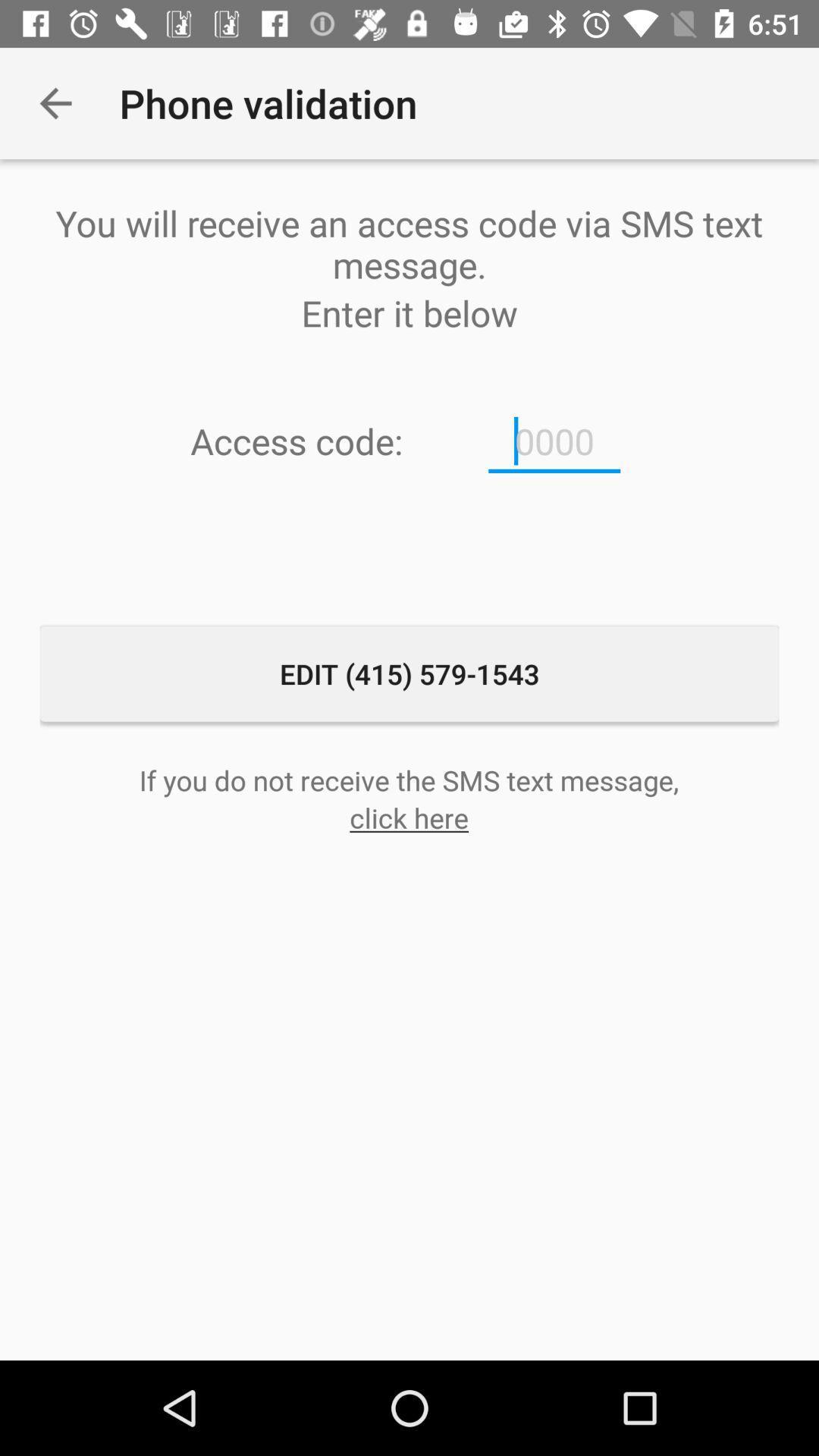 The height and width of the screenshot is (1456, 819). Describe the element at coordinates (554, 441) in the screenshot. I see `item below enter it below icon` at that location.